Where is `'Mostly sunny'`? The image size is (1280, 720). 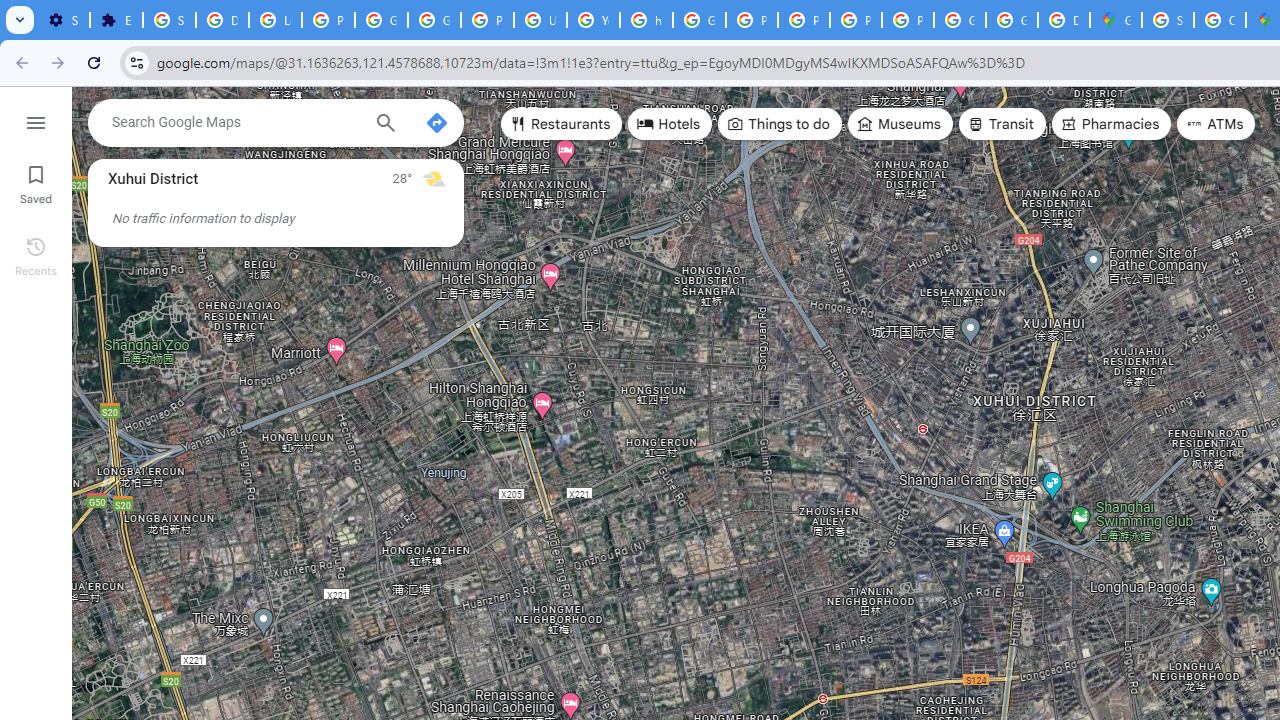
'Mostly sunny' is located at coordinates (432, 177).